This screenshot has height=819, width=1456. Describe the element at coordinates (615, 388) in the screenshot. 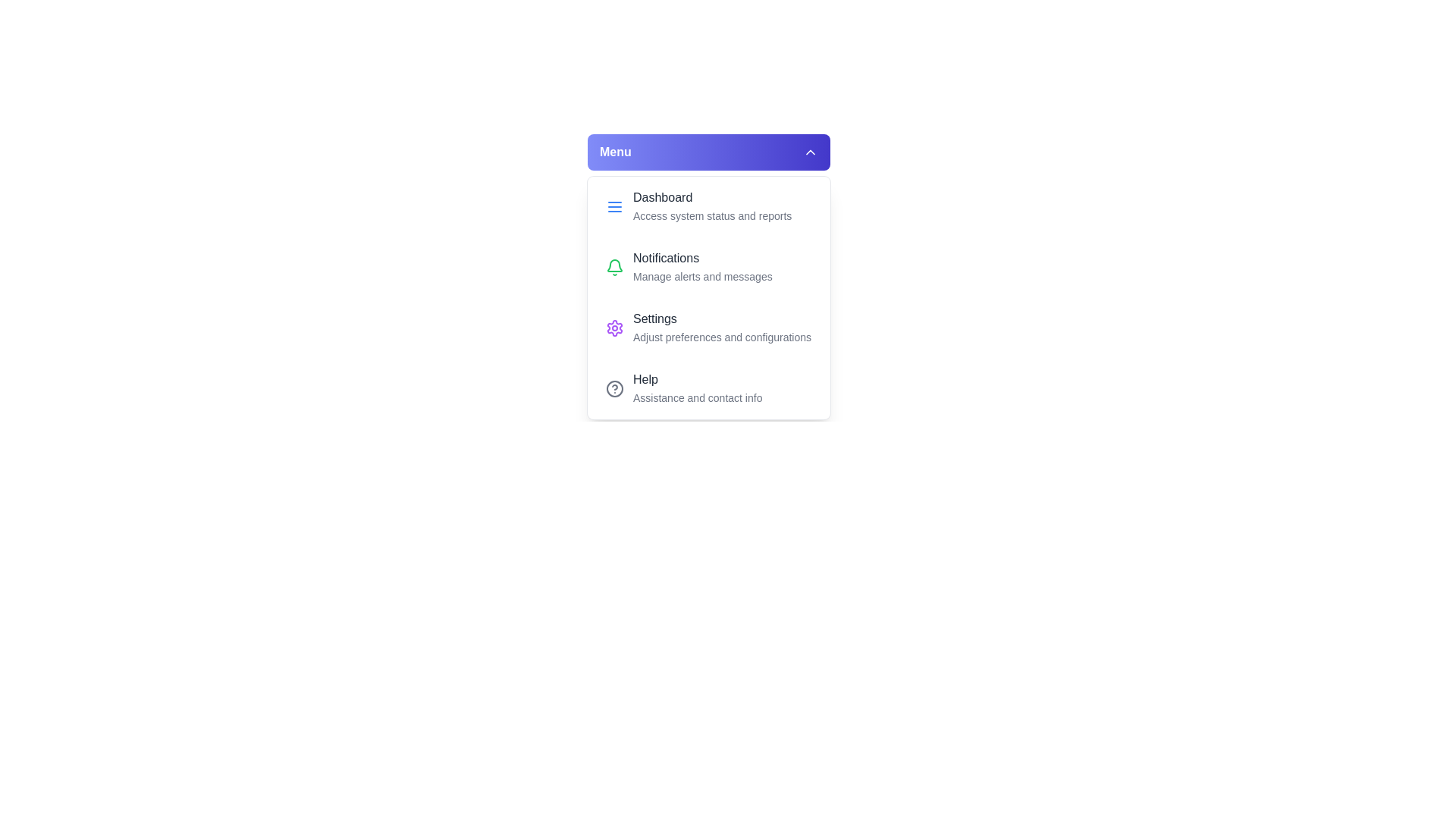

I see `the 'Help' icon located to the left of the 'Help' text label in the dropdown menu for further interaction` at that location.